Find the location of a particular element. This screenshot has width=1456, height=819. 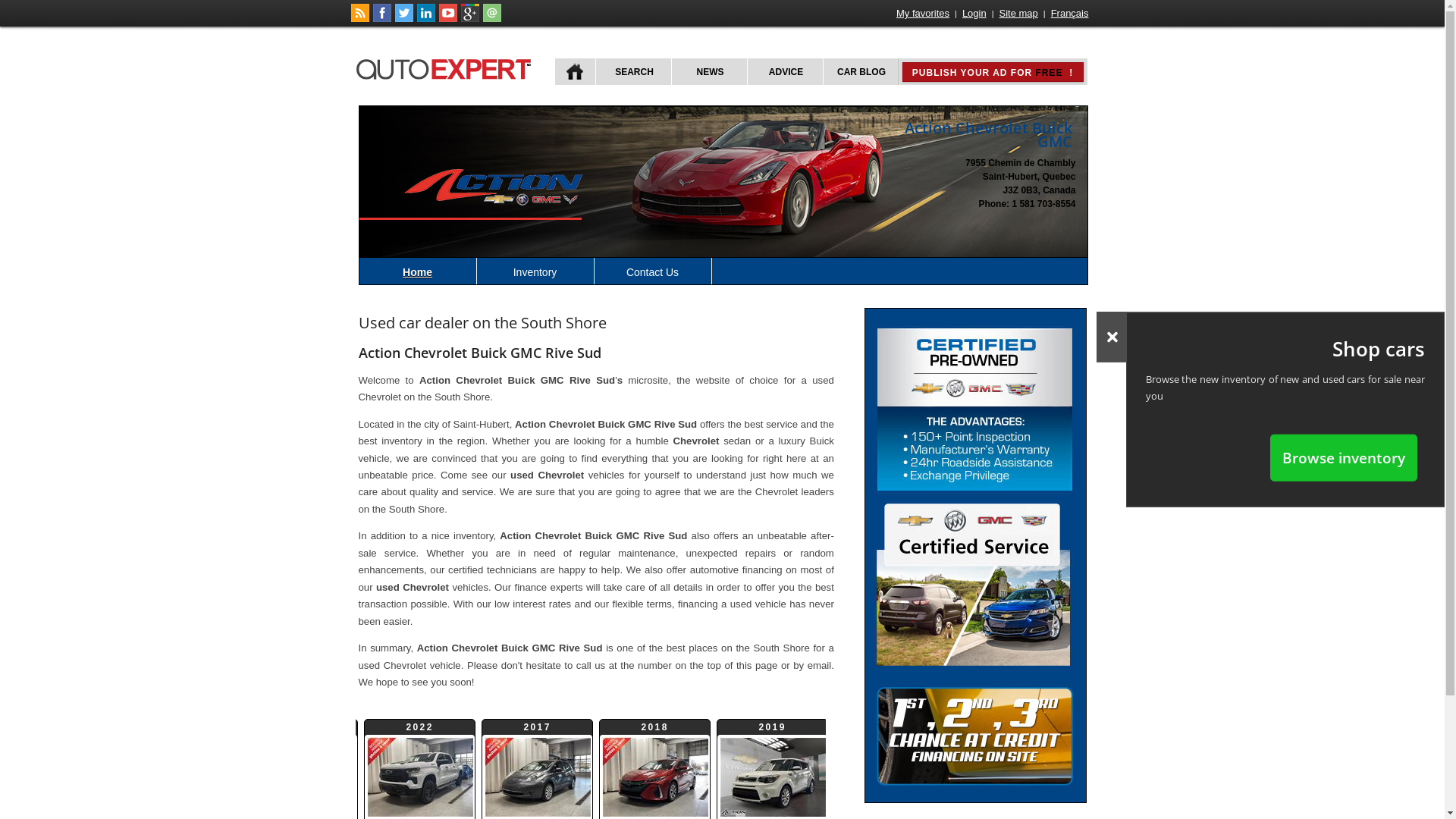

'Follow car news on autoExpert.ca' is located at coordinates (359, 18).